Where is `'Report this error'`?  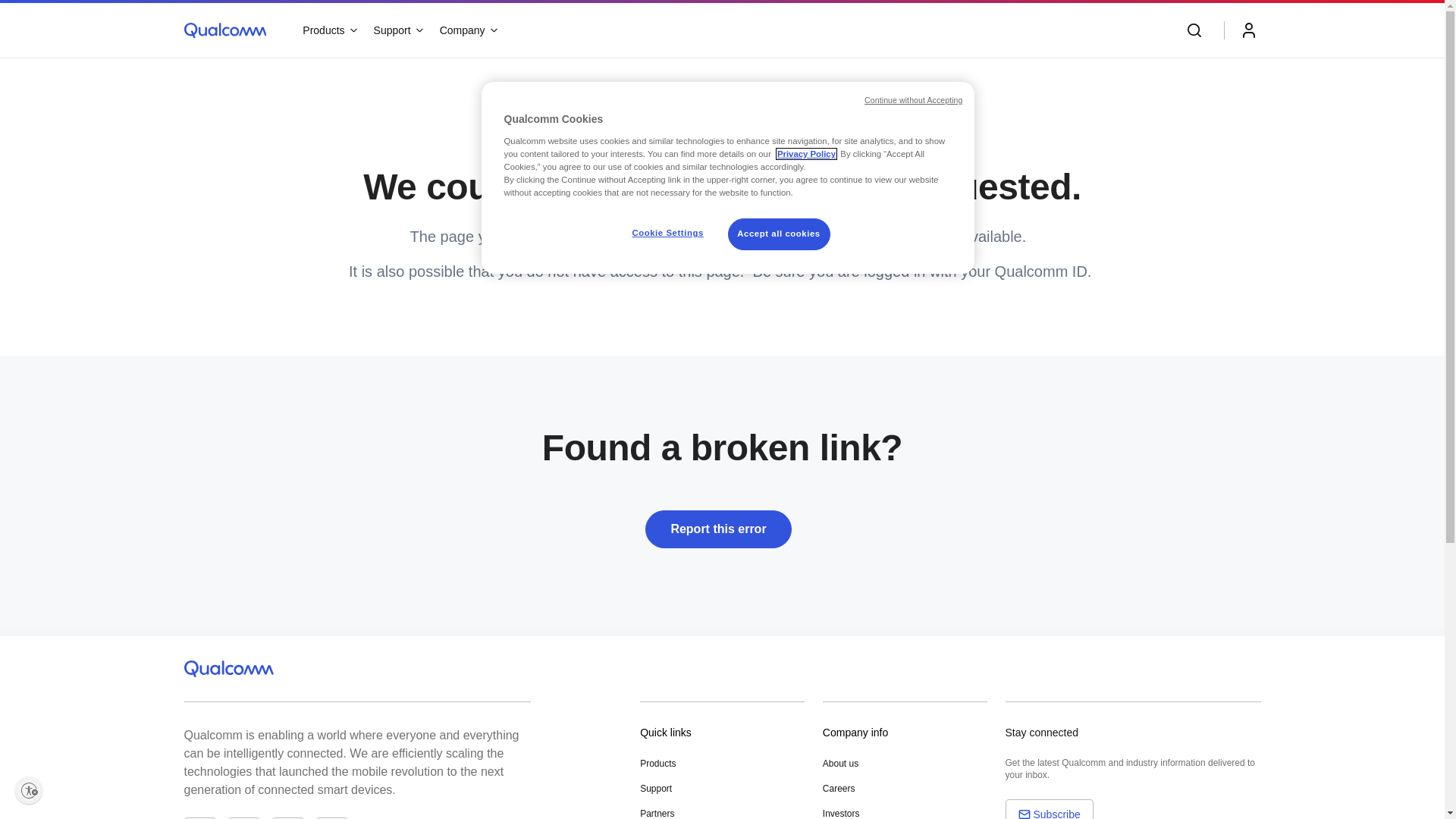
'Report this error' is located at coordinates (720, 532).